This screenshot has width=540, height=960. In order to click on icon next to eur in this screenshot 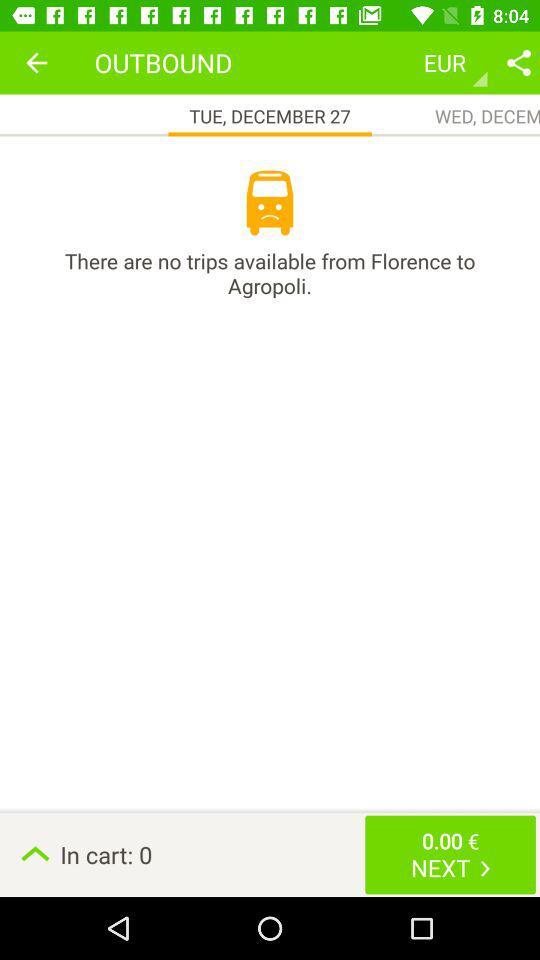, I will do `click(518, 62)`.